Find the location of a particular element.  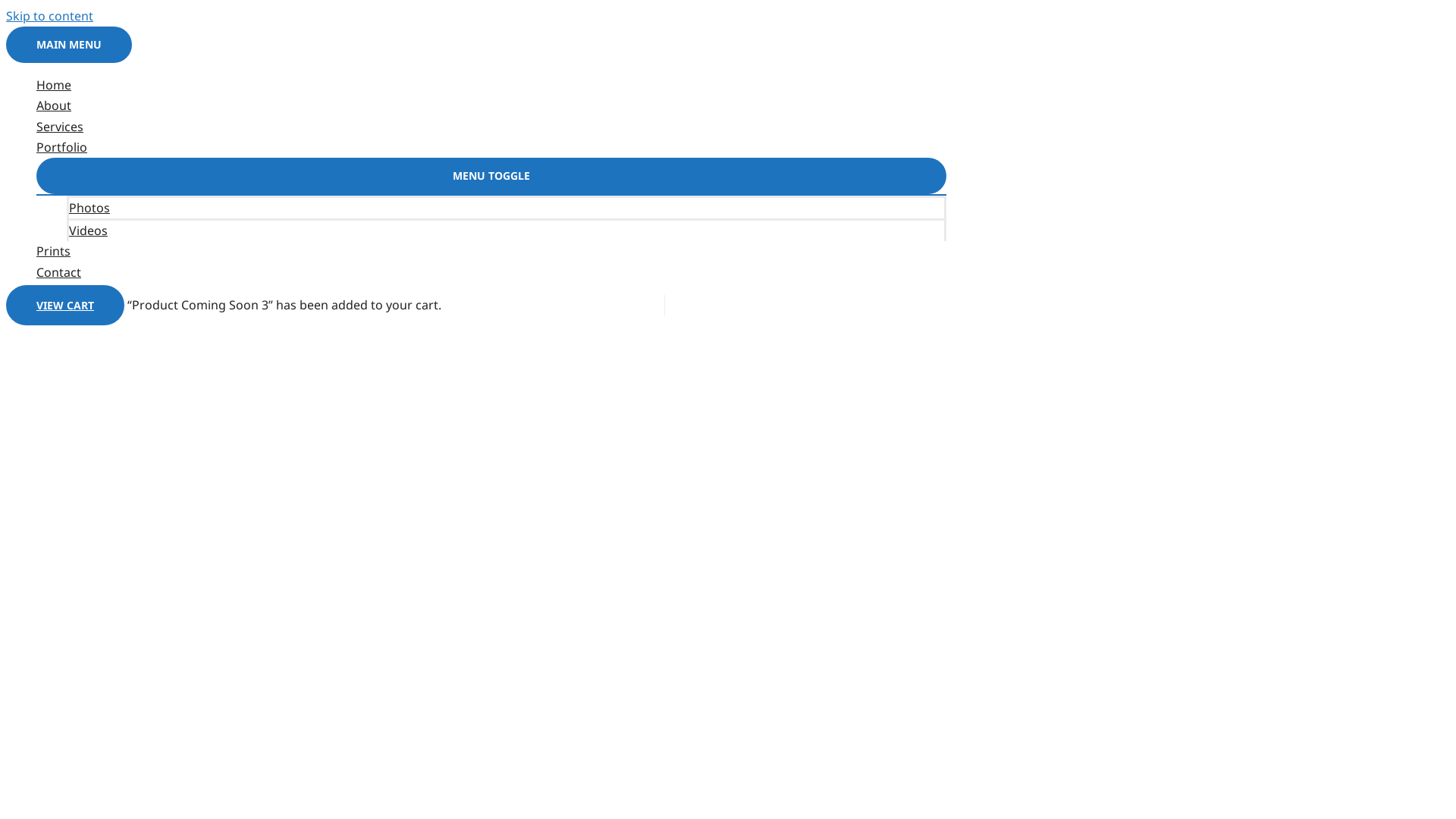

'Skip to content' is located at coordinates (49, 15).